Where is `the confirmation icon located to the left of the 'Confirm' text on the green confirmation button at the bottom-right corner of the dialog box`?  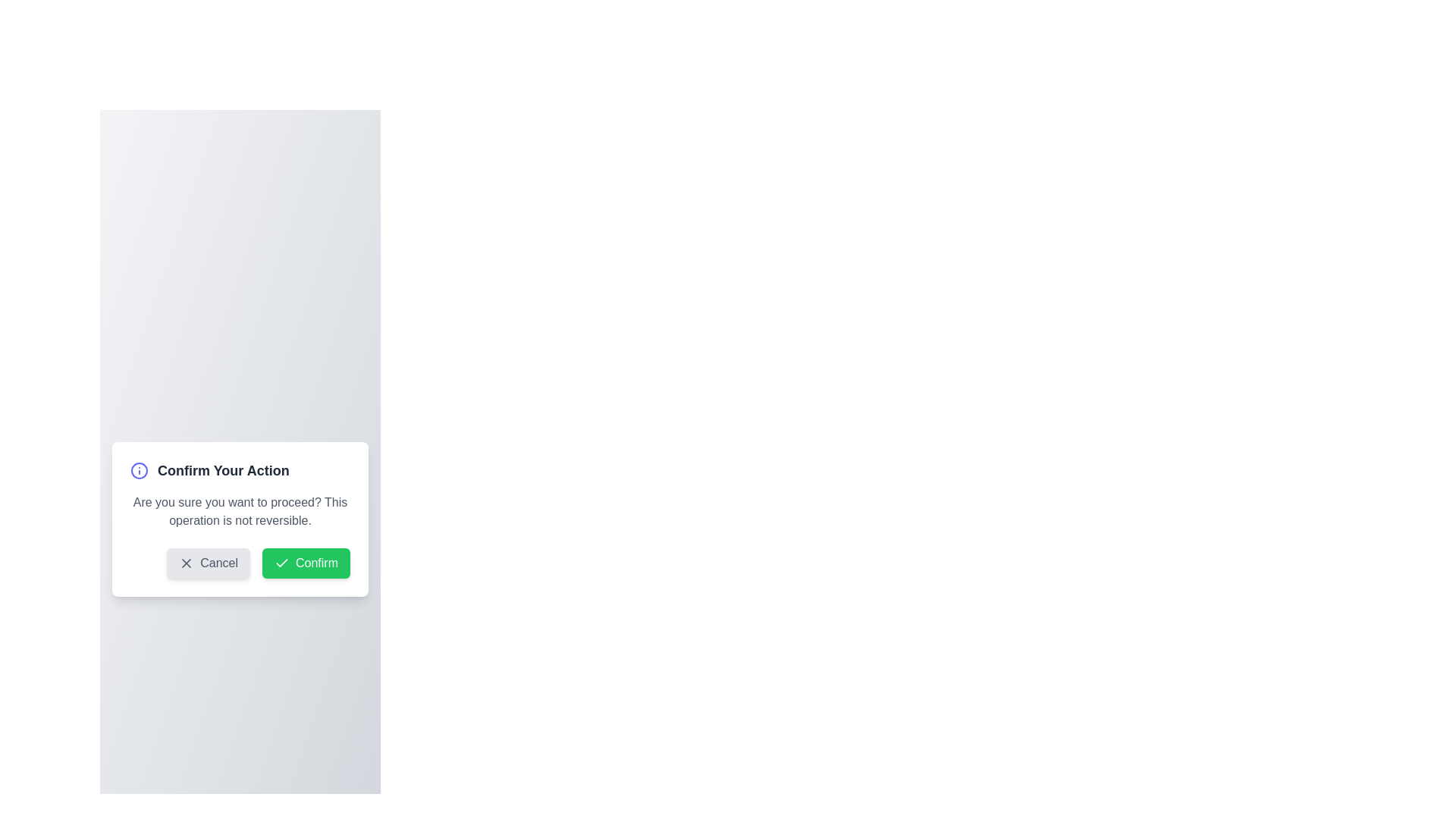
the confirmation icon located to the left of the 'Confirm' text on the green confirmation button at the bottom-right corner of the dialog box is located at coordinates (281, 563).